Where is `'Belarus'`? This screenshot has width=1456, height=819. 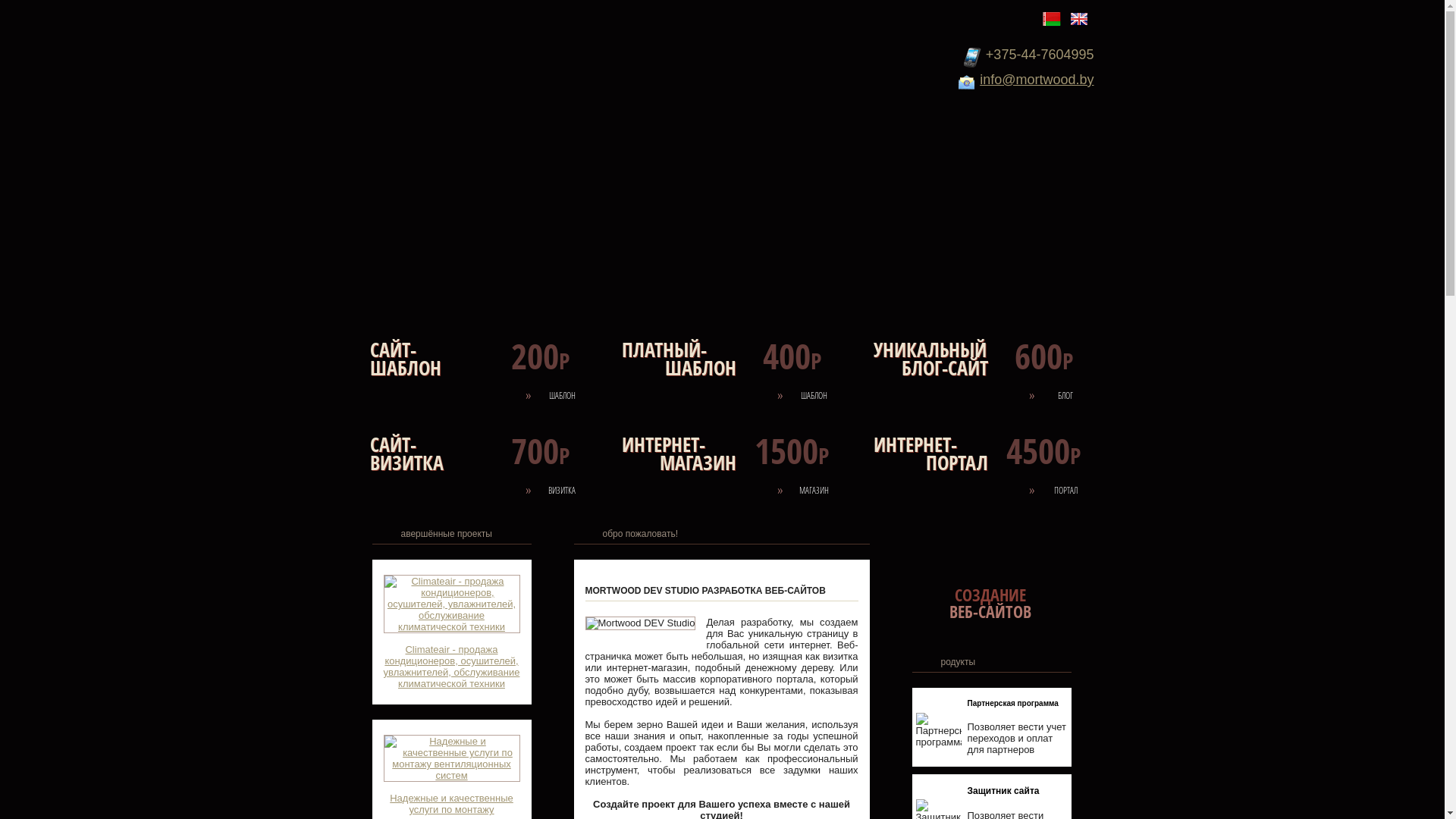
'Belarus' is located at coordinates (1051, 18).